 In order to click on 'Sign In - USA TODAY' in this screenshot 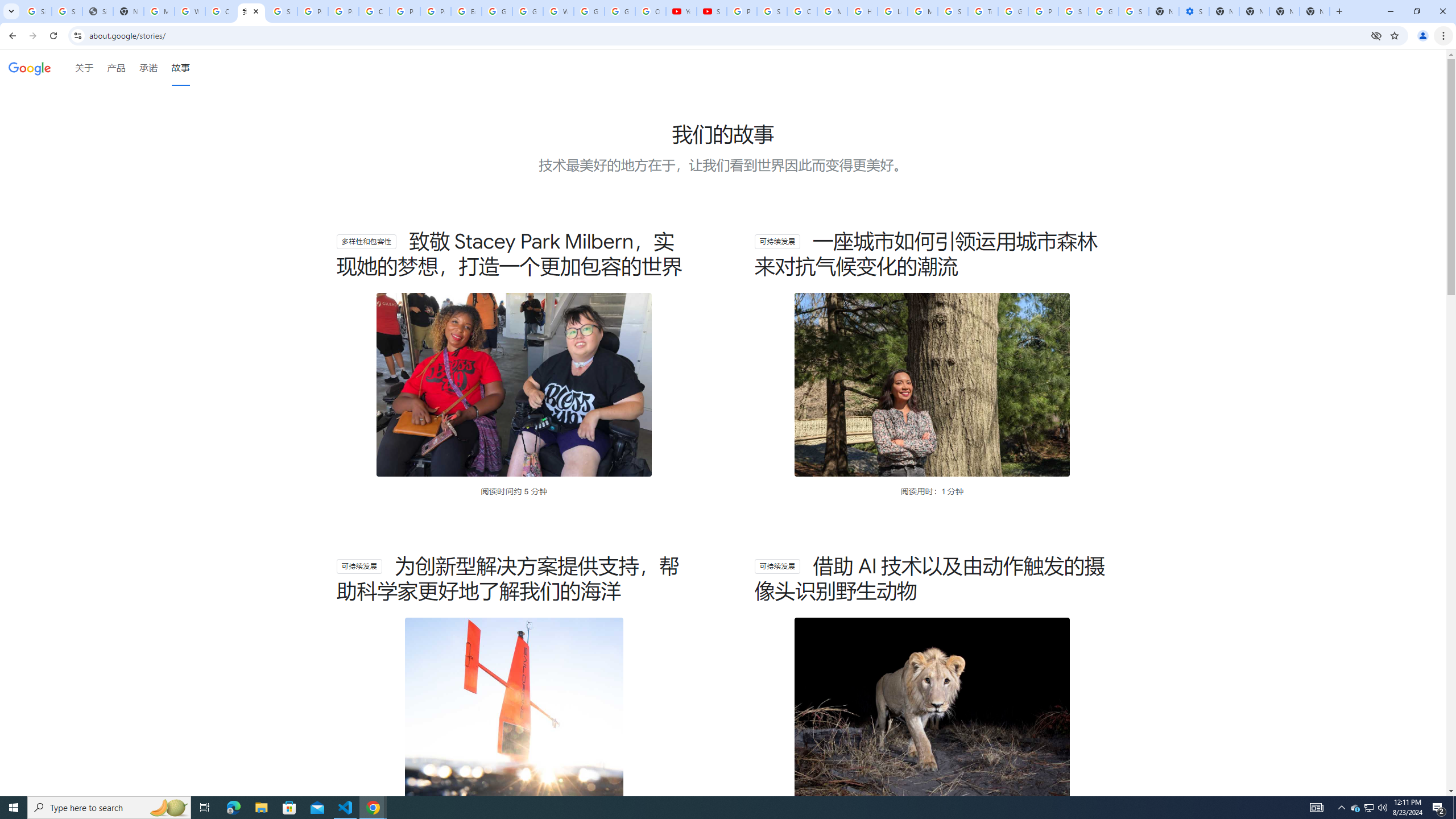, I will do `click(97, 11)`.